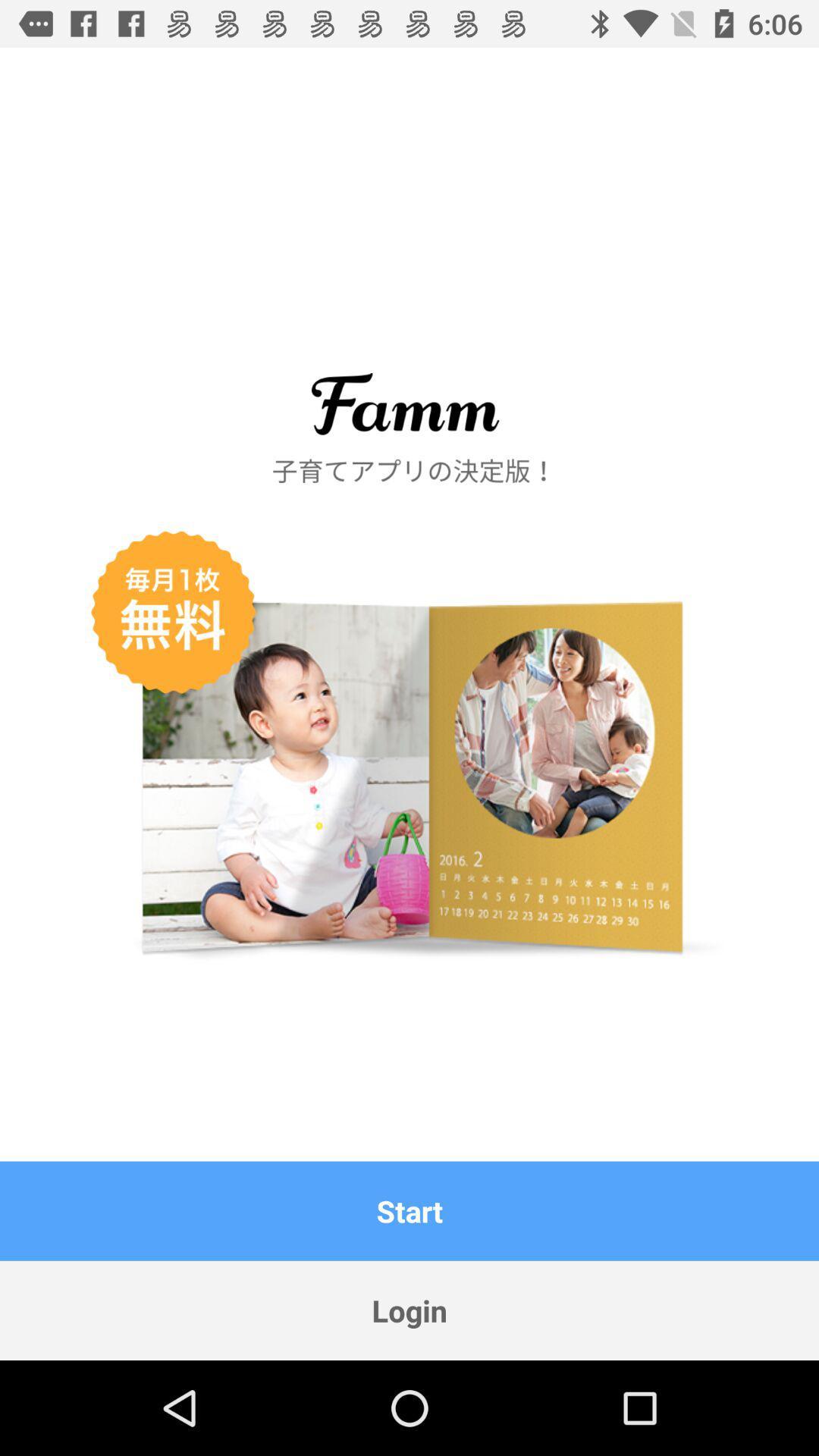 Image resolution: width=819 pixels, height=1456 pixels. Describe the element at coordinates (409, 1210) in the screenshot. I see `the start` at that location.